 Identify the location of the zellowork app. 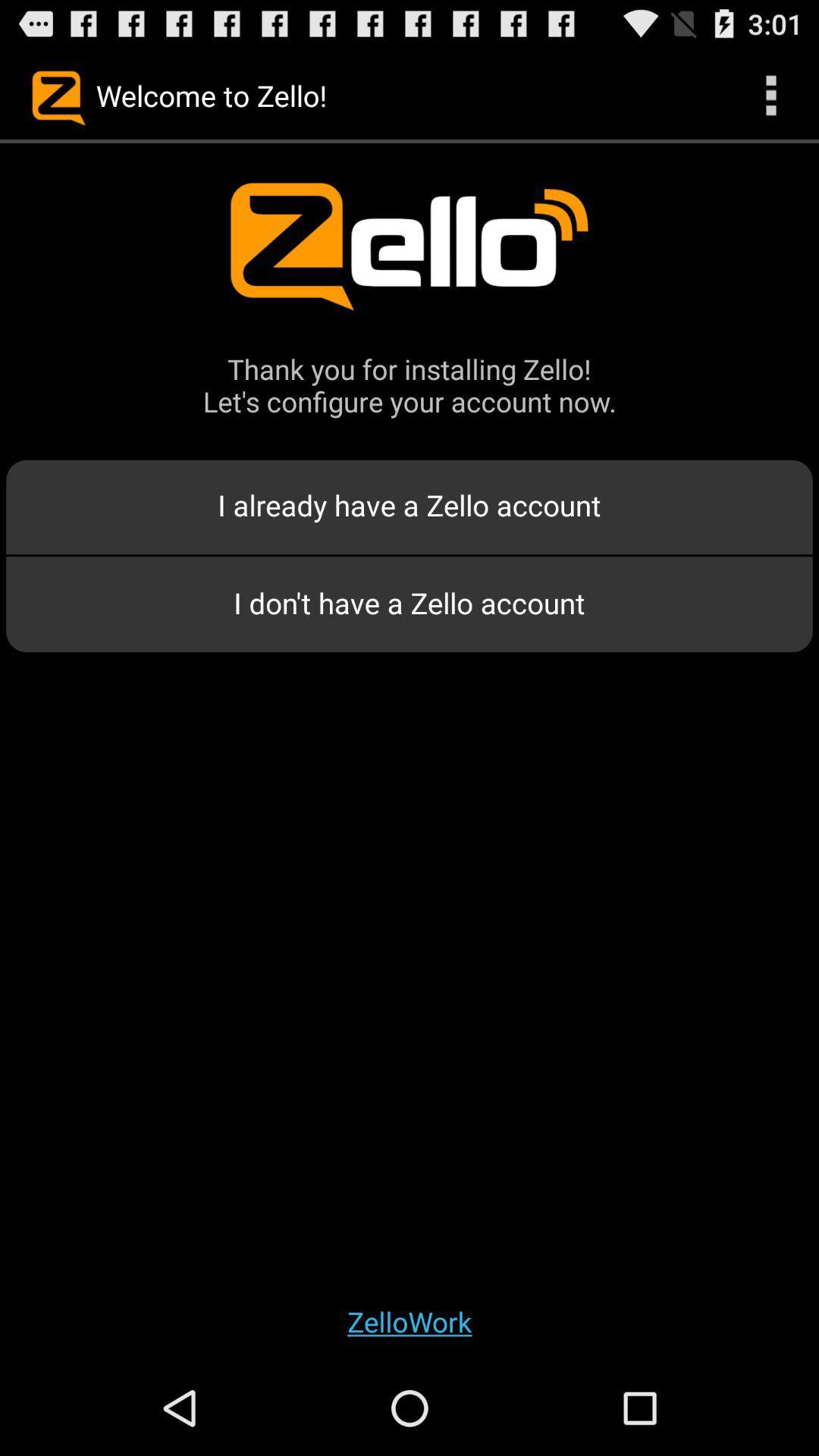
(409, 1320).